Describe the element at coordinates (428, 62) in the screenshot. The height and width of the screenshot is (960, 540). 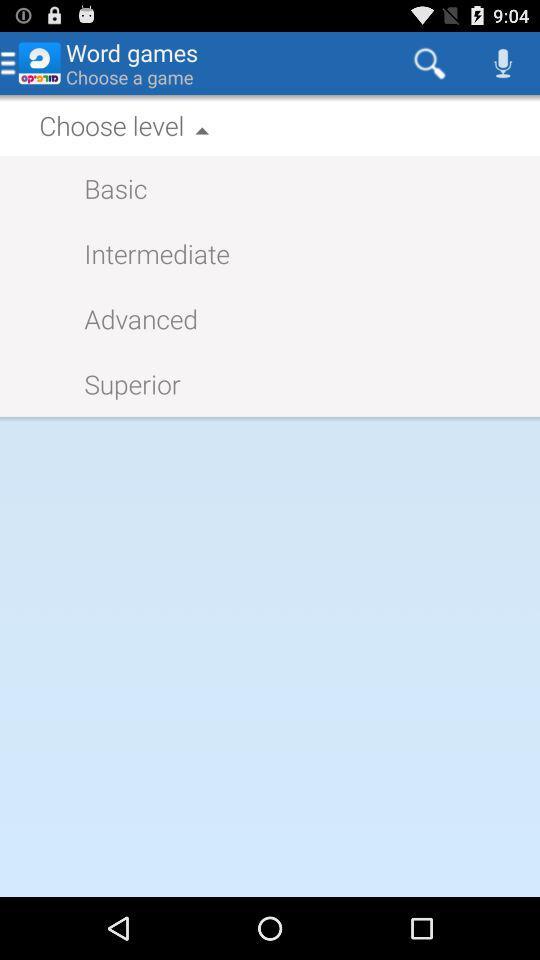
I see `icon next to word games` at that location.